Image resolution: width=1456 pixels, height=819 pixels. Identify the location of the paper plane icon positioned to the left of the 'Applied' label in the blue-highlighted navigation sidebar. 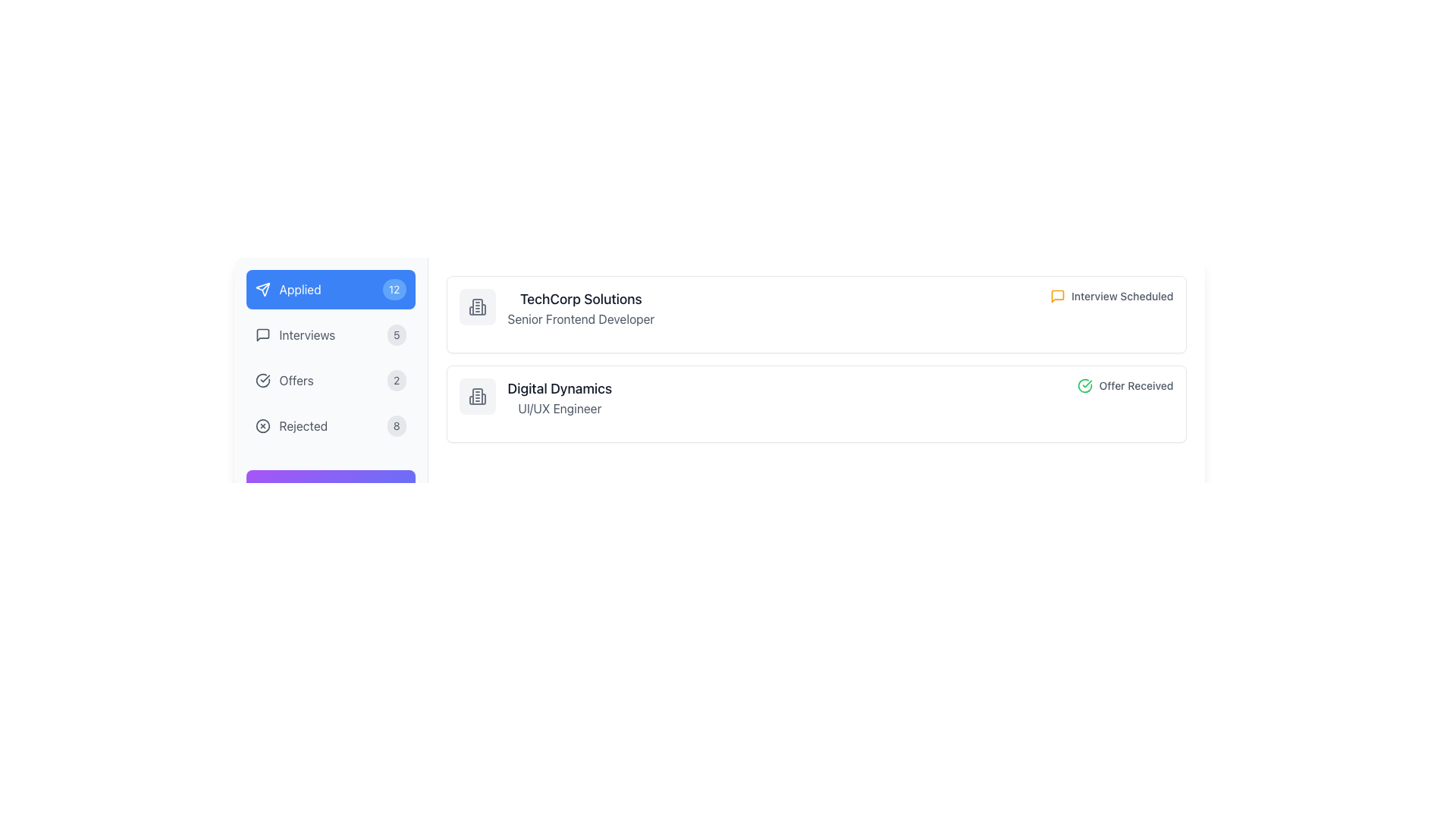
(262, 289).